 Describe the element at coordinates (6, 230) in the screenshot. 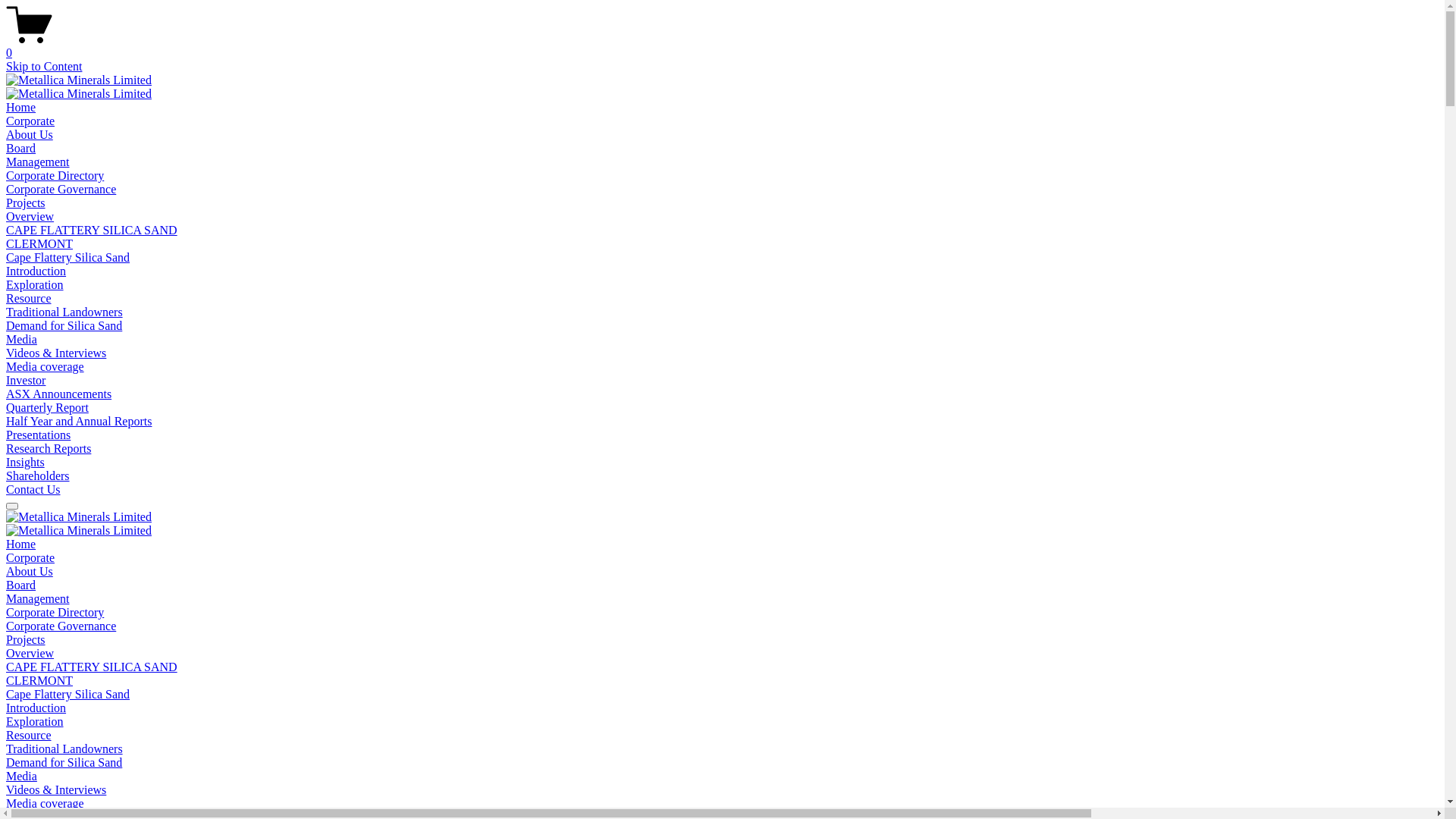

I see `'CAPE FLATTERY SILICA SAND'` at that location.